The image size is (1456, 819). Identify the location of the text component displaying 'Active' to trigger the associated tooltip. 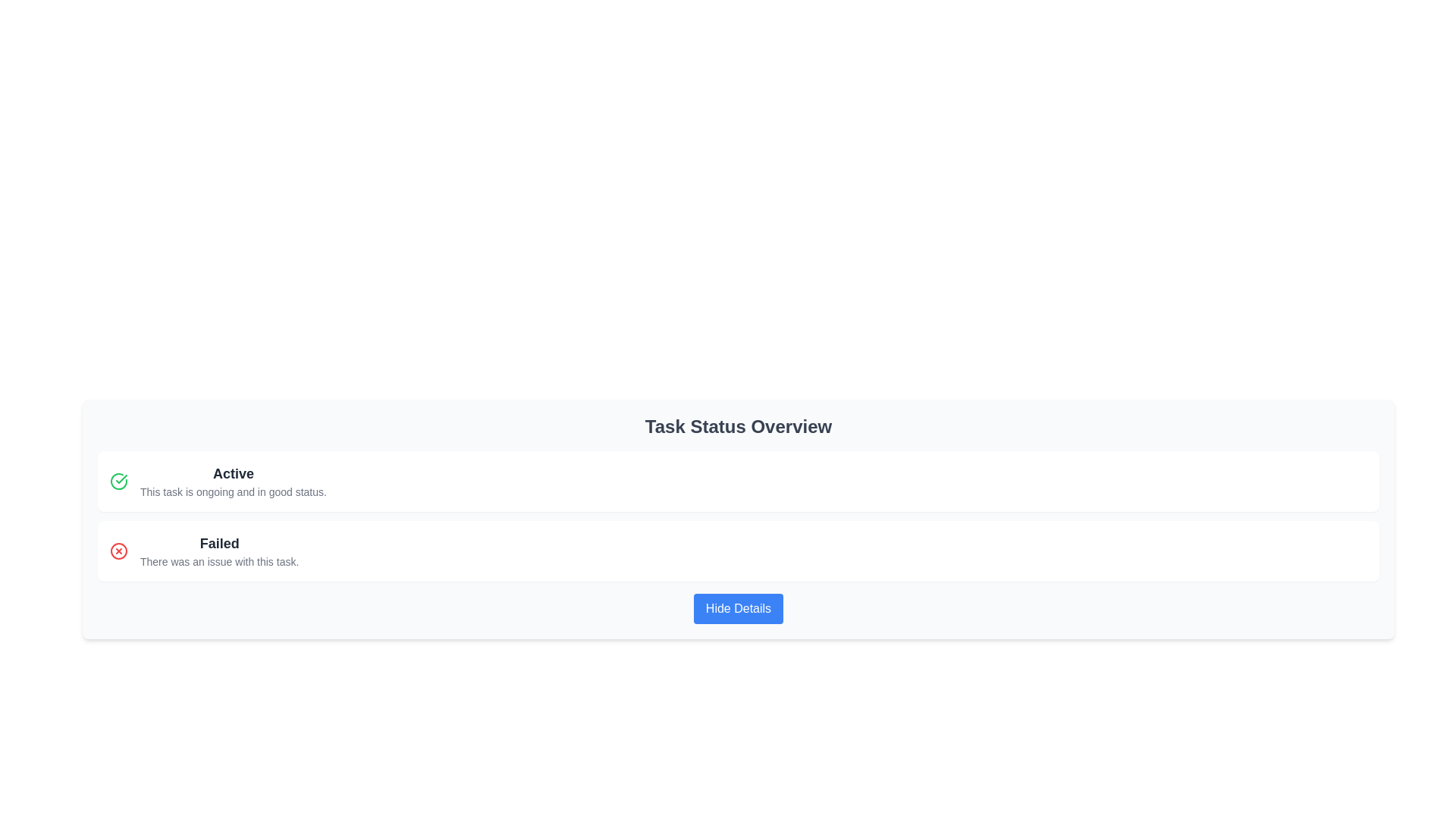
(232, 482).